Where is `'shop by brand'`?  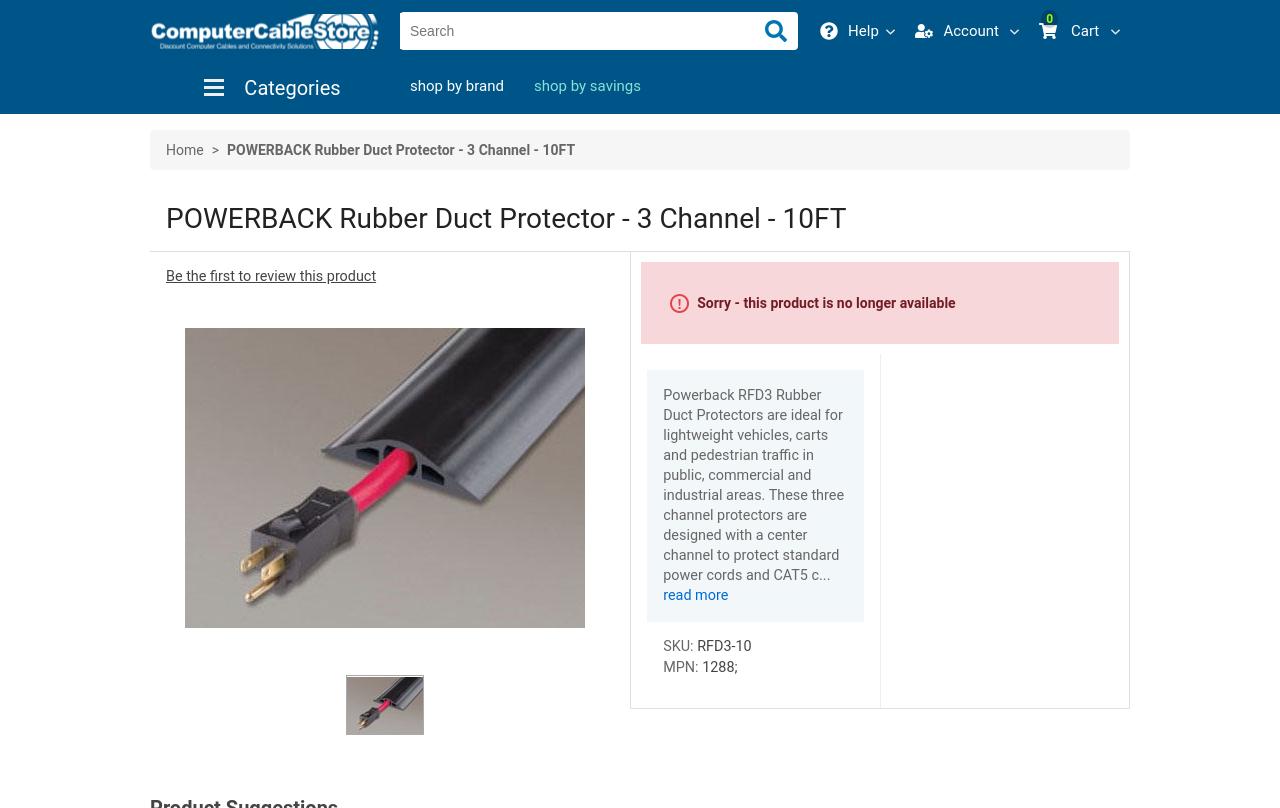 'shop by brand' is located at coordinates (455, 85).